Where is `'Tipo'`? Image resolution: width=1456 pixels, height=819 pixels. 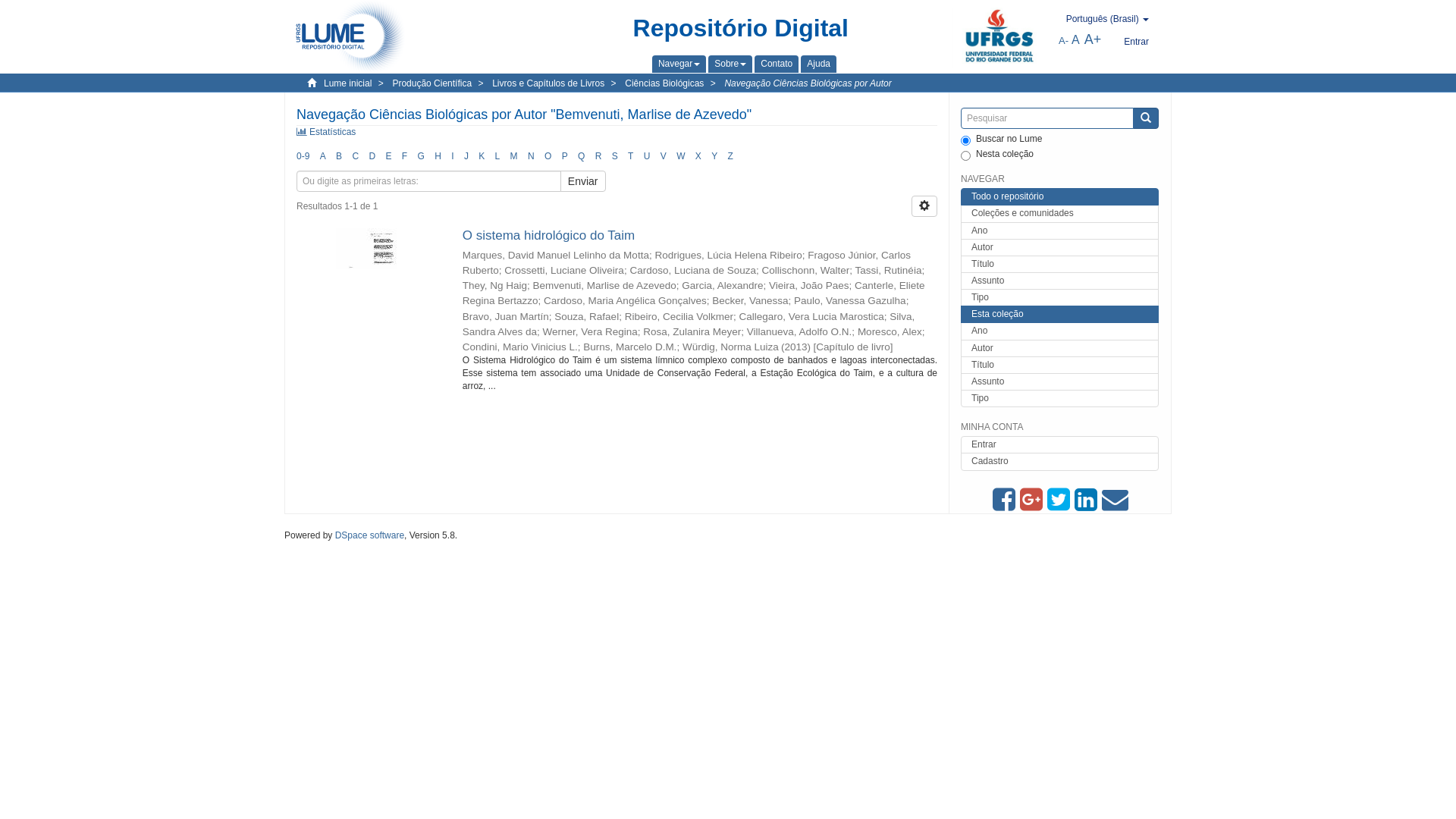 'Tipo' is located at coordinates (960, 397).